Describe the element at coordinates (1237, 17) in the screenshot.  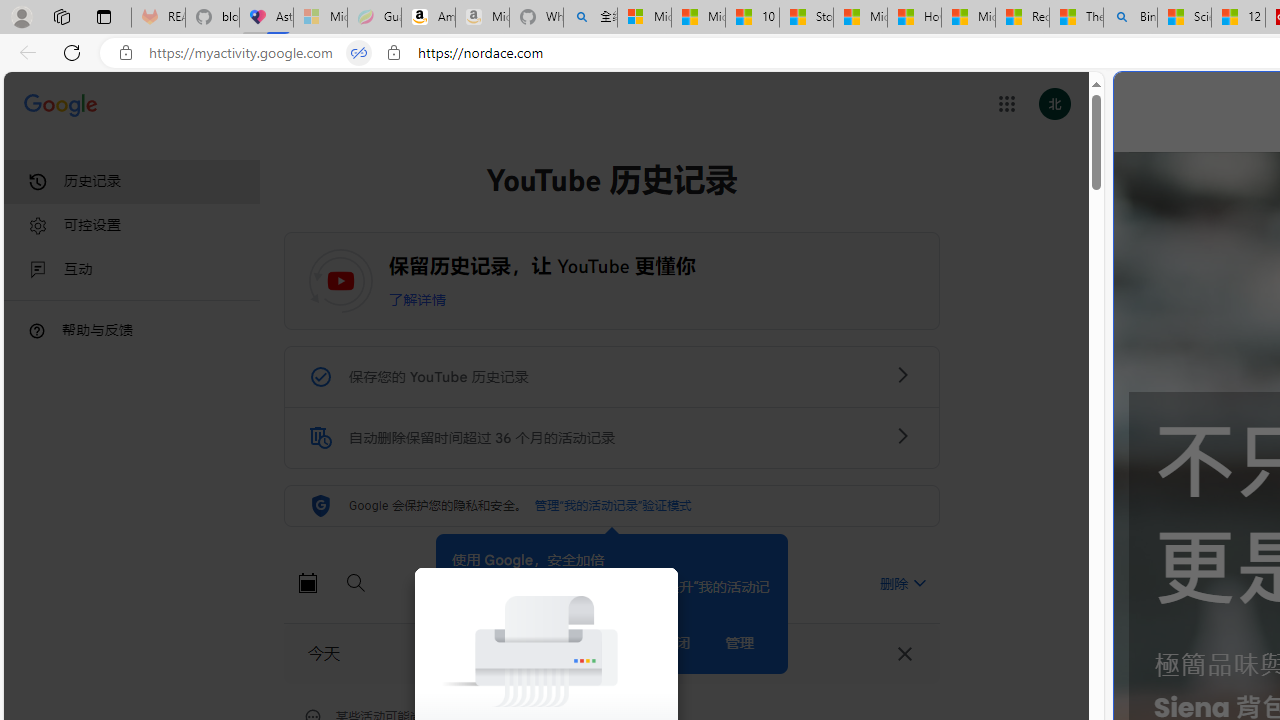
I see `'12 Popular Science Lies that Must be Corrected'` at that location.